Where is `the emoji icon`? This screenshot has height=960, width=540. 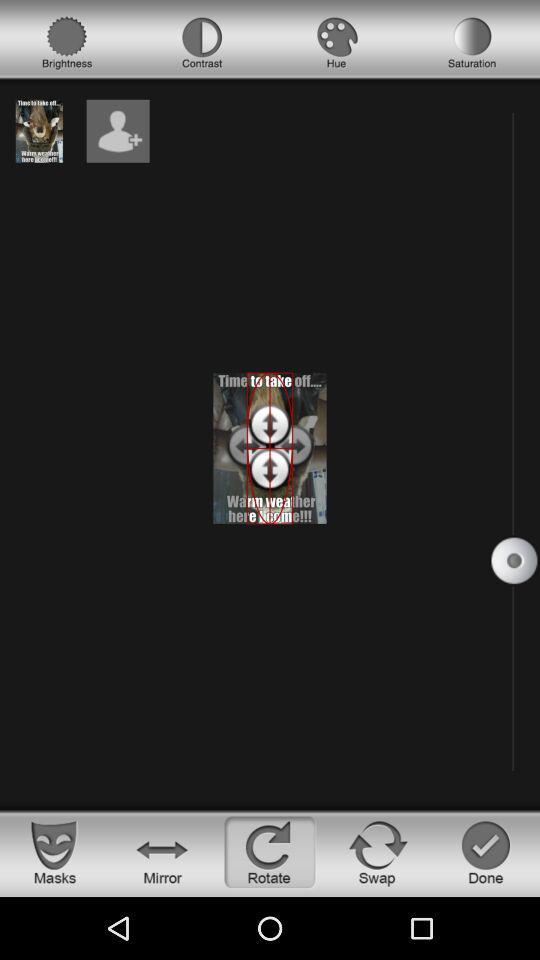
the emoji icon is located at coordinates (54, 851).